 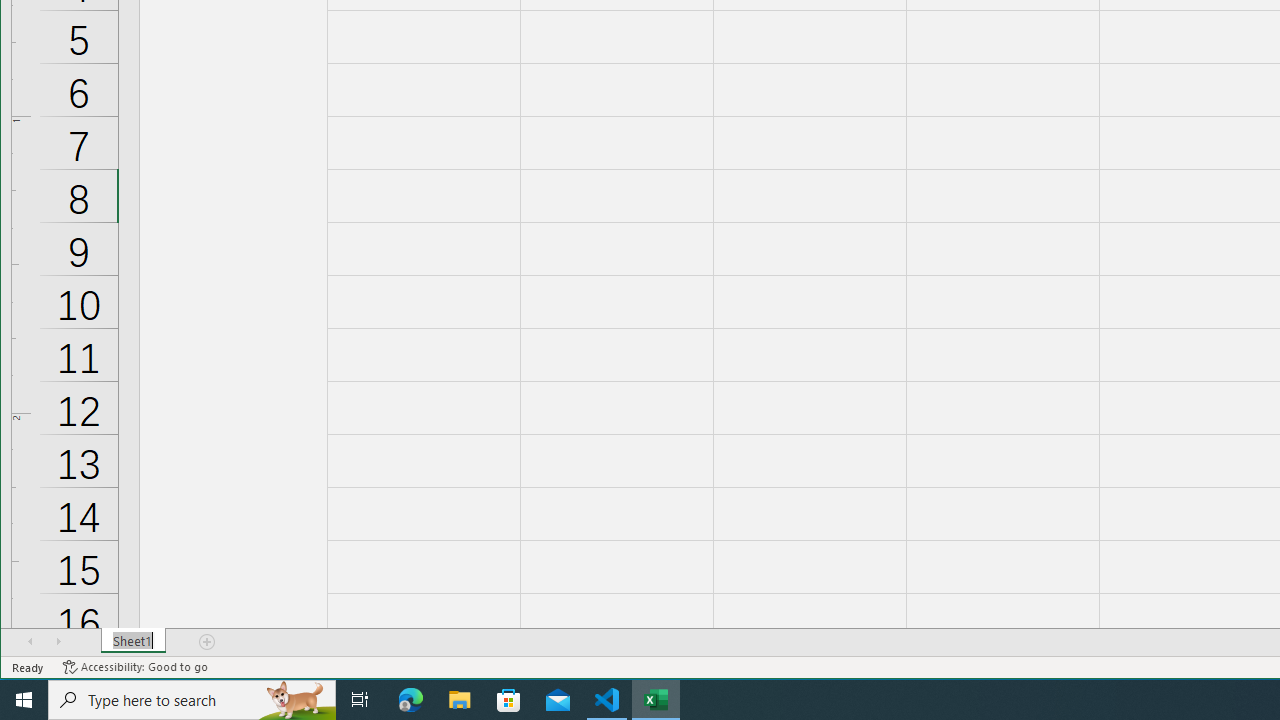 What do you see at coordinates (132, 641) in the screenshot?
I see `'Sheet Tab'` at bounding box center [132, 641].